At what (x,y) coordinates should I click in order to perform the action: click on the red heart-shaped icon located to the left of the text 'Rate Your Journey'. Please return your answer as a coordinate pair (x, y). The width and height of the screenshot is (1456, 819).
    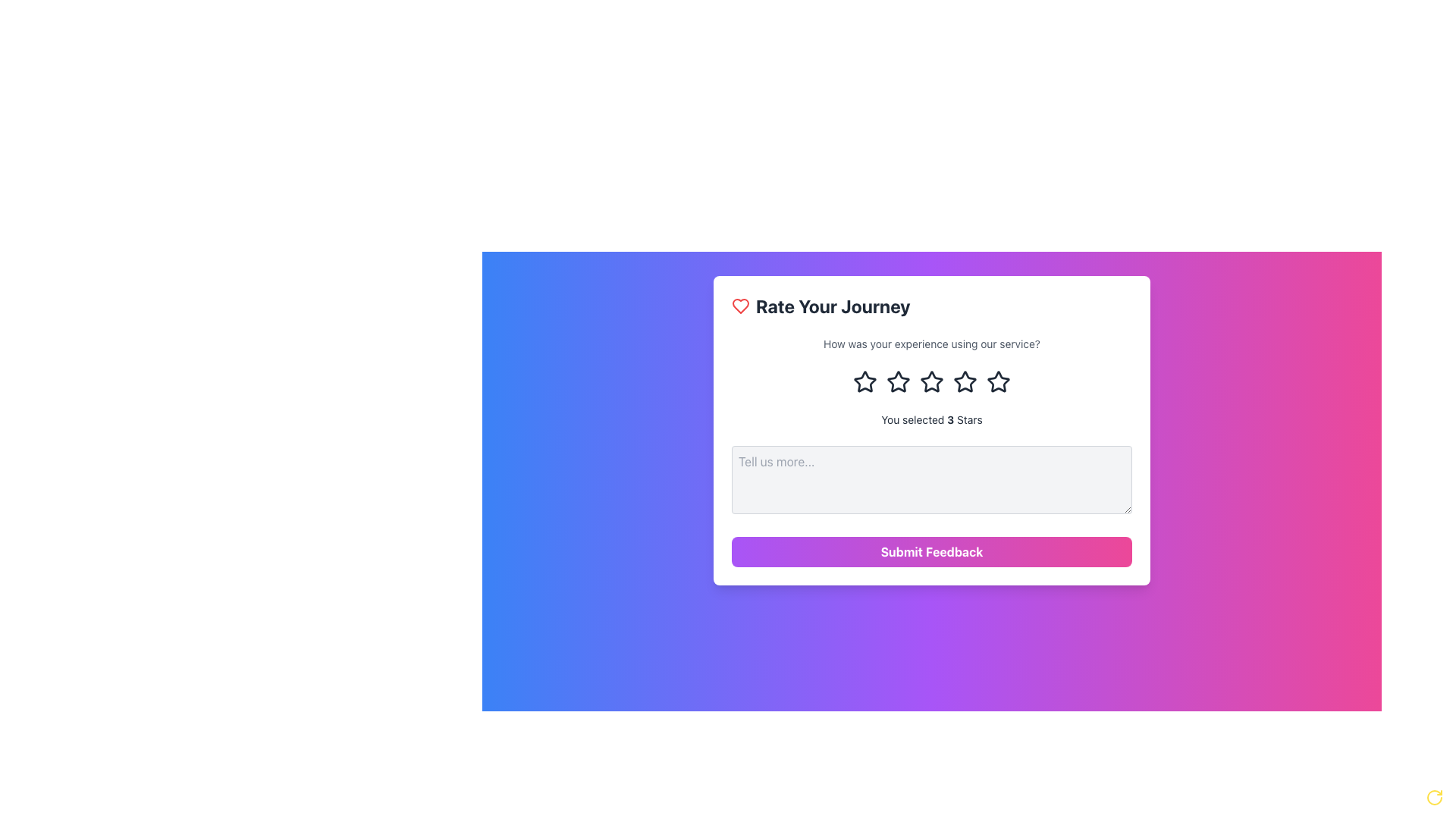
    Looking at the image, I should click on (741, 306).